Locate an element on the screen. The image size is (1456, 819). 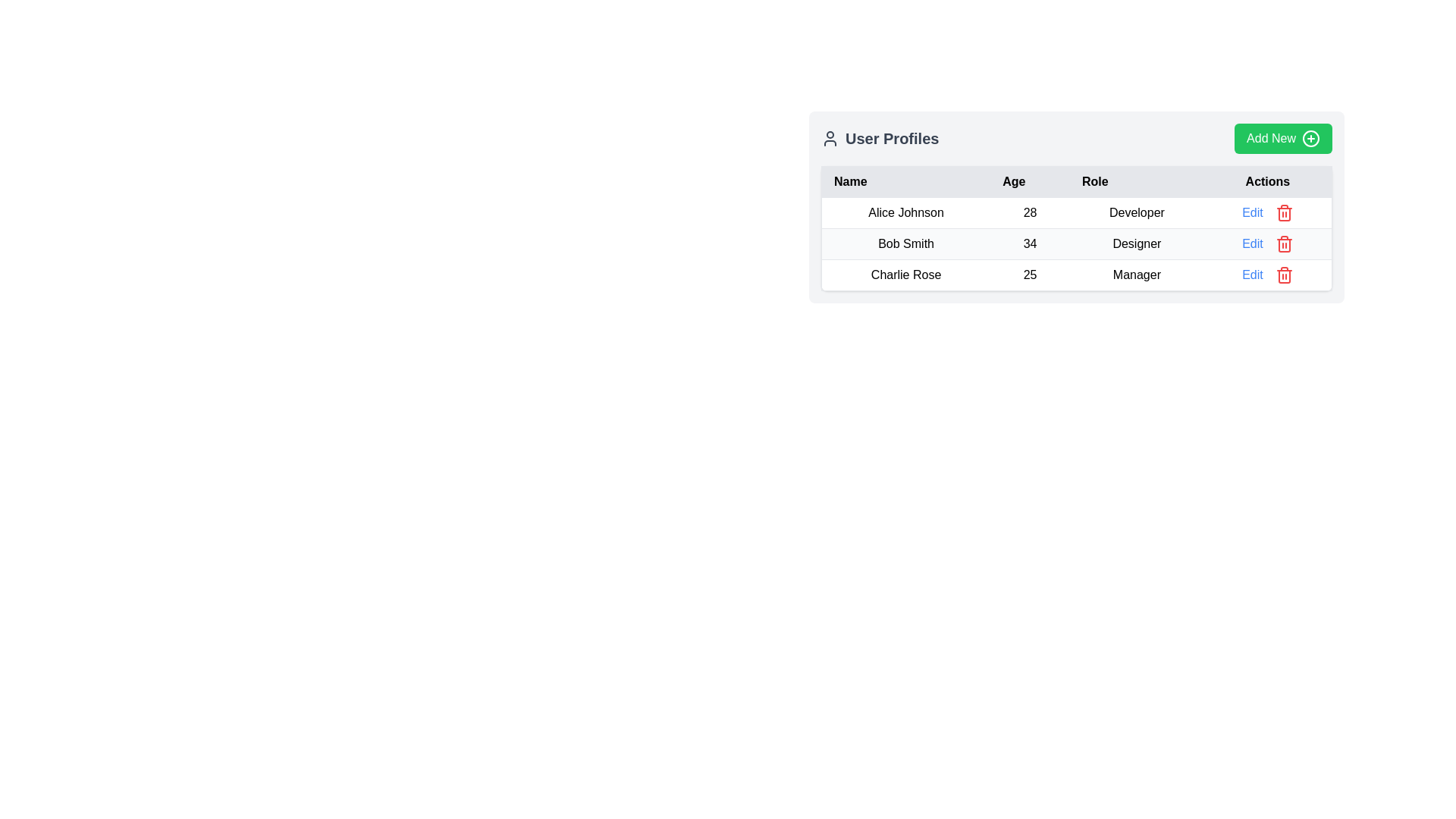
the first 'Edit' hyperlink in the 'Actions' column of the table for user 'Alice Johnson' is located at coordinates (1252, 213).